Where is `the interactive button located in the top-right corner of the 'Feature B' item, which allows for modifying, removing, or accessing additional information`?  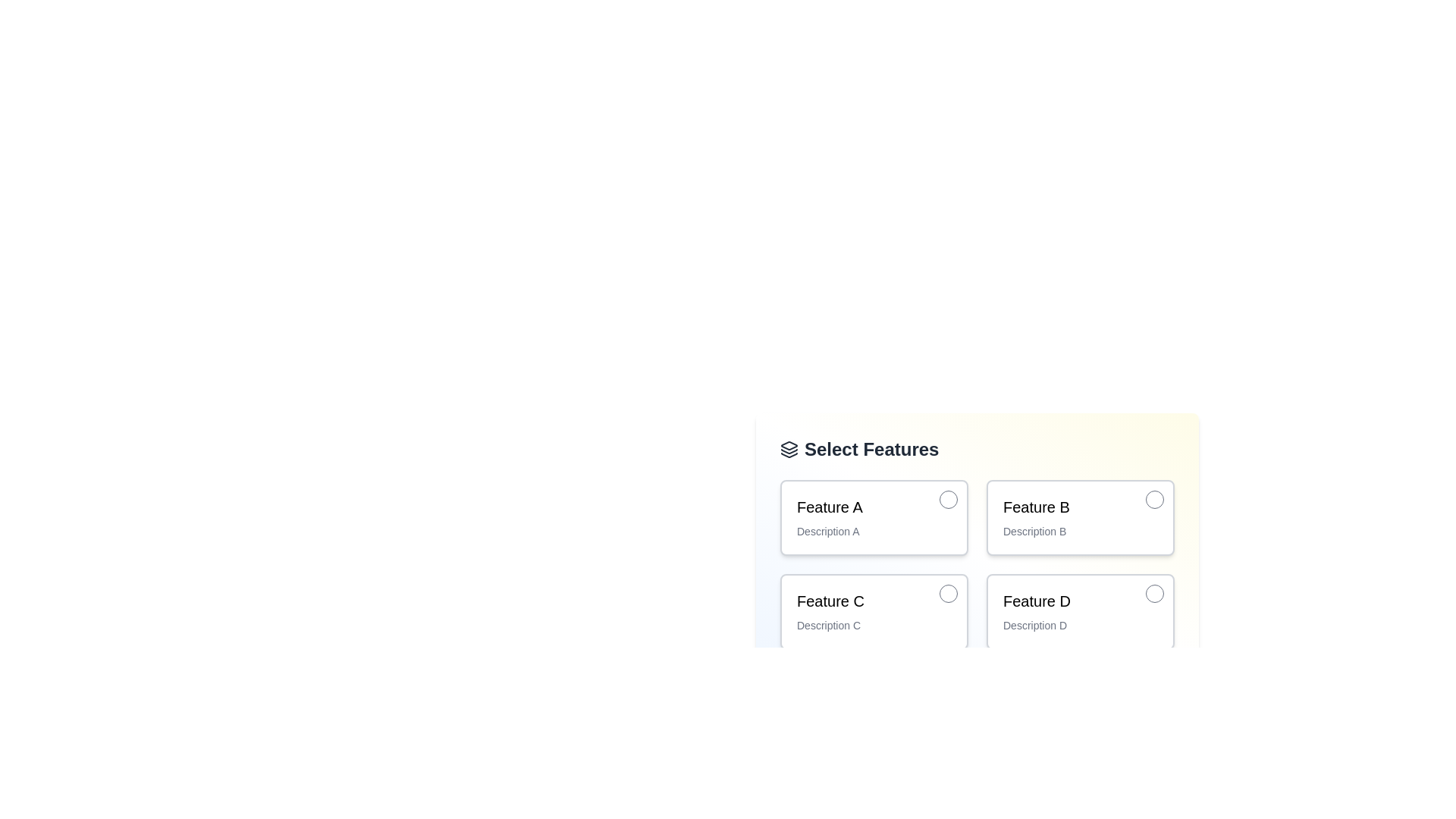
the interactive button located in the top-right corner of the 'Feature B' item, which allows for modifying, removing, or accessing additional information is located at coordinates (1153, 500).